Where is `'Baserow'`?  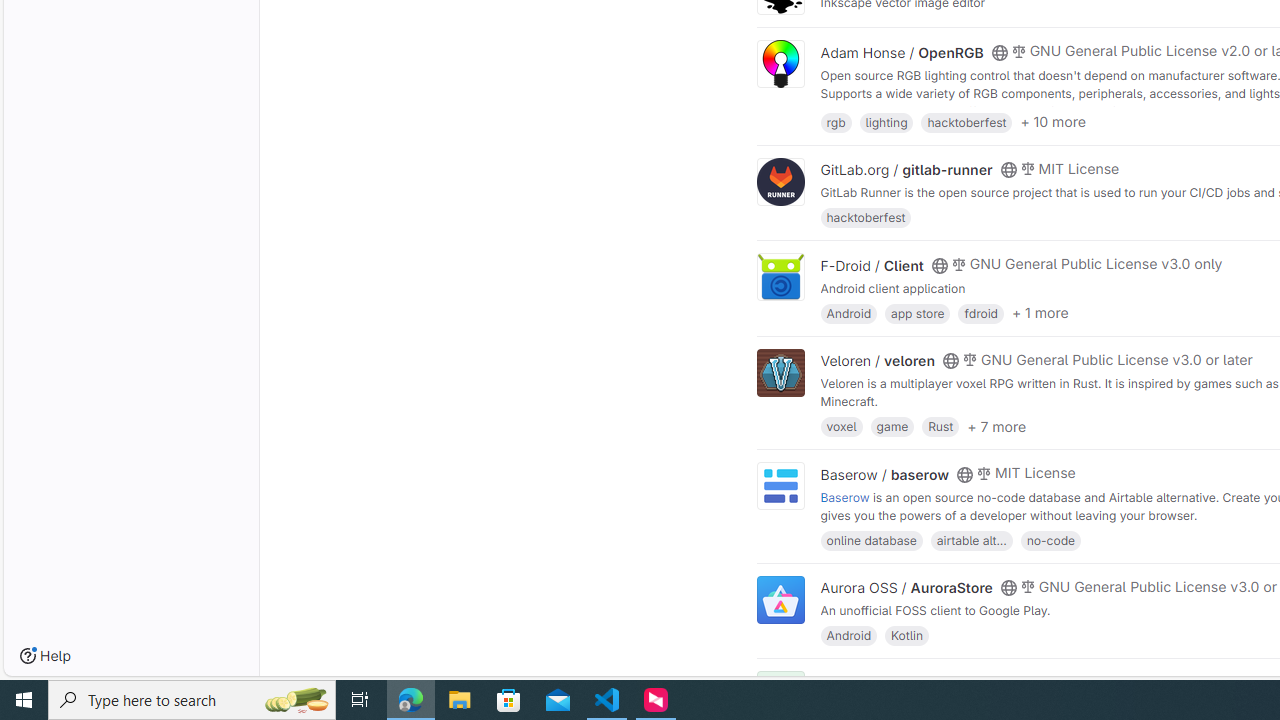
'Baserow' is located at coordinates (845, 495).